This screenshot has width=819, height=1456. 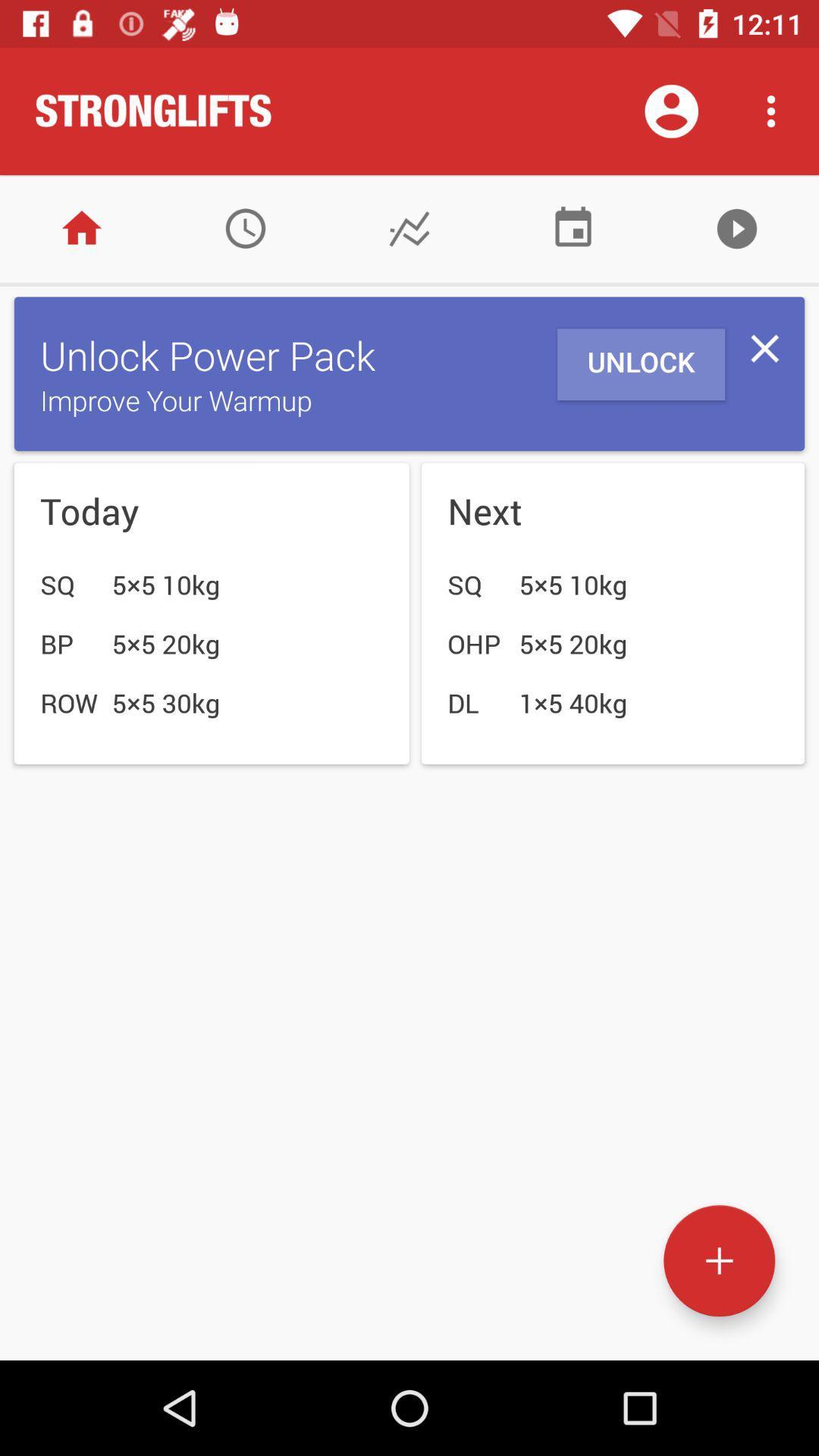 I want to click on the add icon, so click(x=718, y=1260).